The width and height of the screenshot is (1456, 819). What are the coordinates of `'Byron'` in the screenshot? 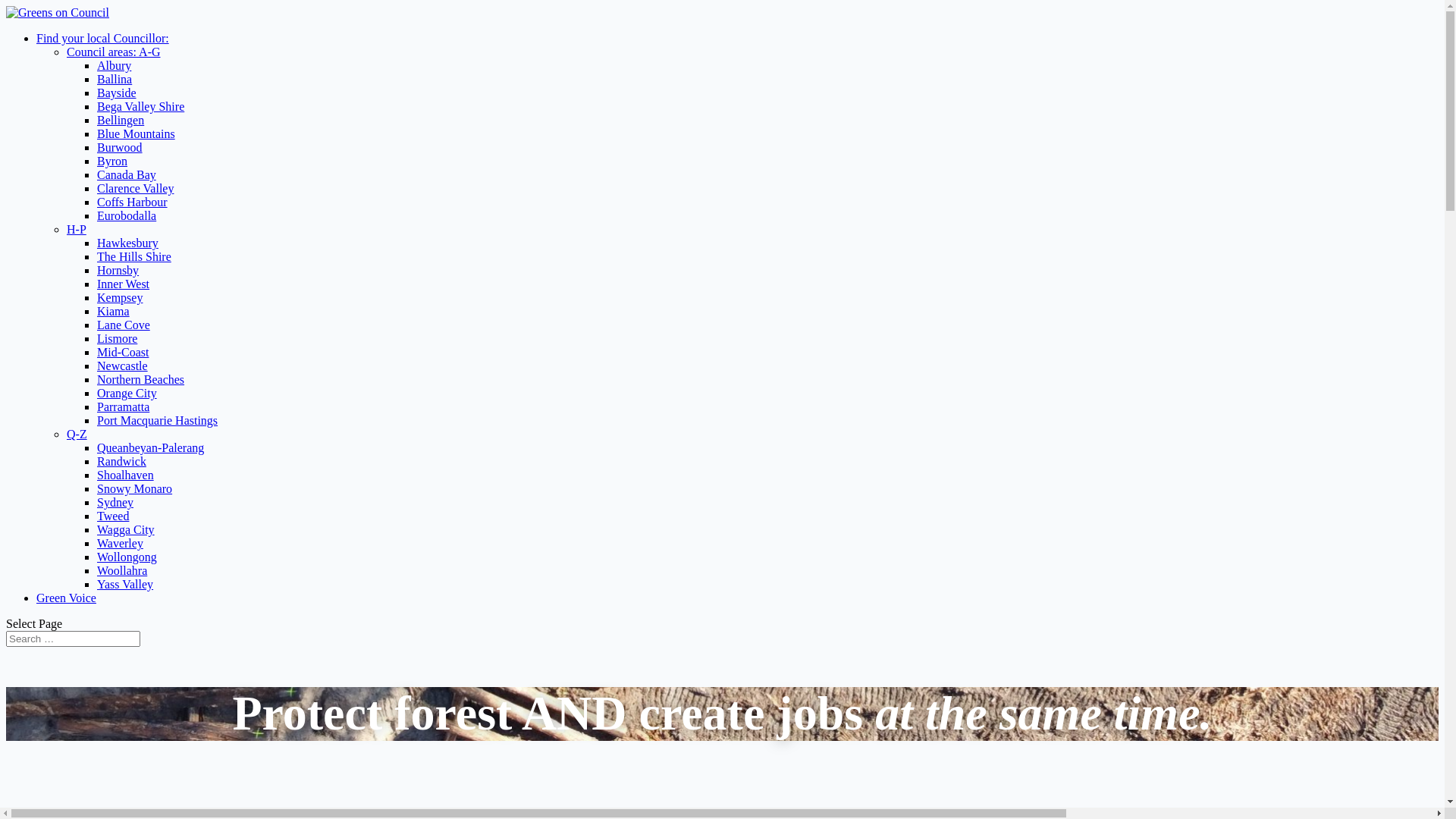 It's located at (111, 161).